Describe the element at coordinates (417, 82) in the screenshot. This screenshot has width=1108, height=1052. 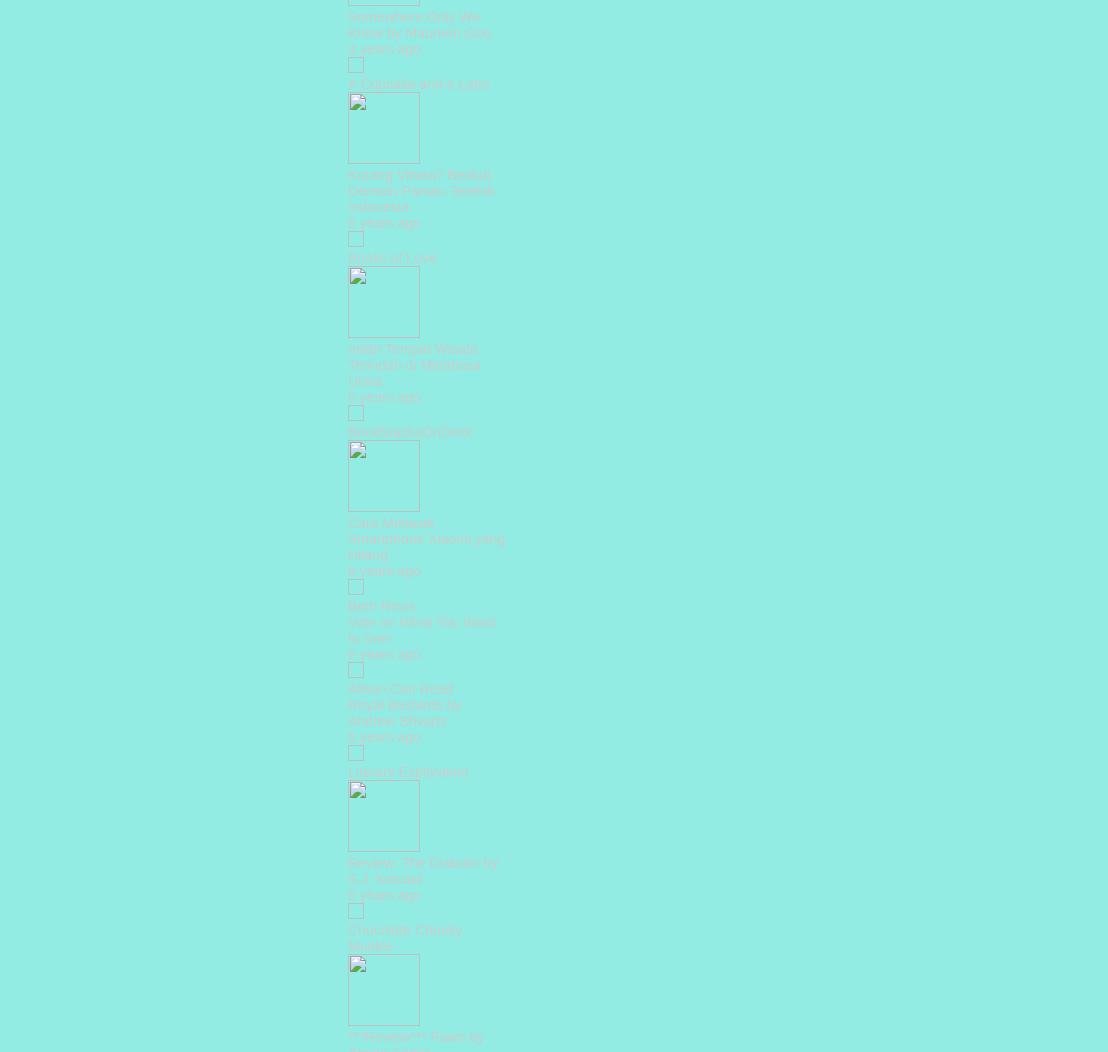
I see `'A Cupcake and a Latte'` at that location.